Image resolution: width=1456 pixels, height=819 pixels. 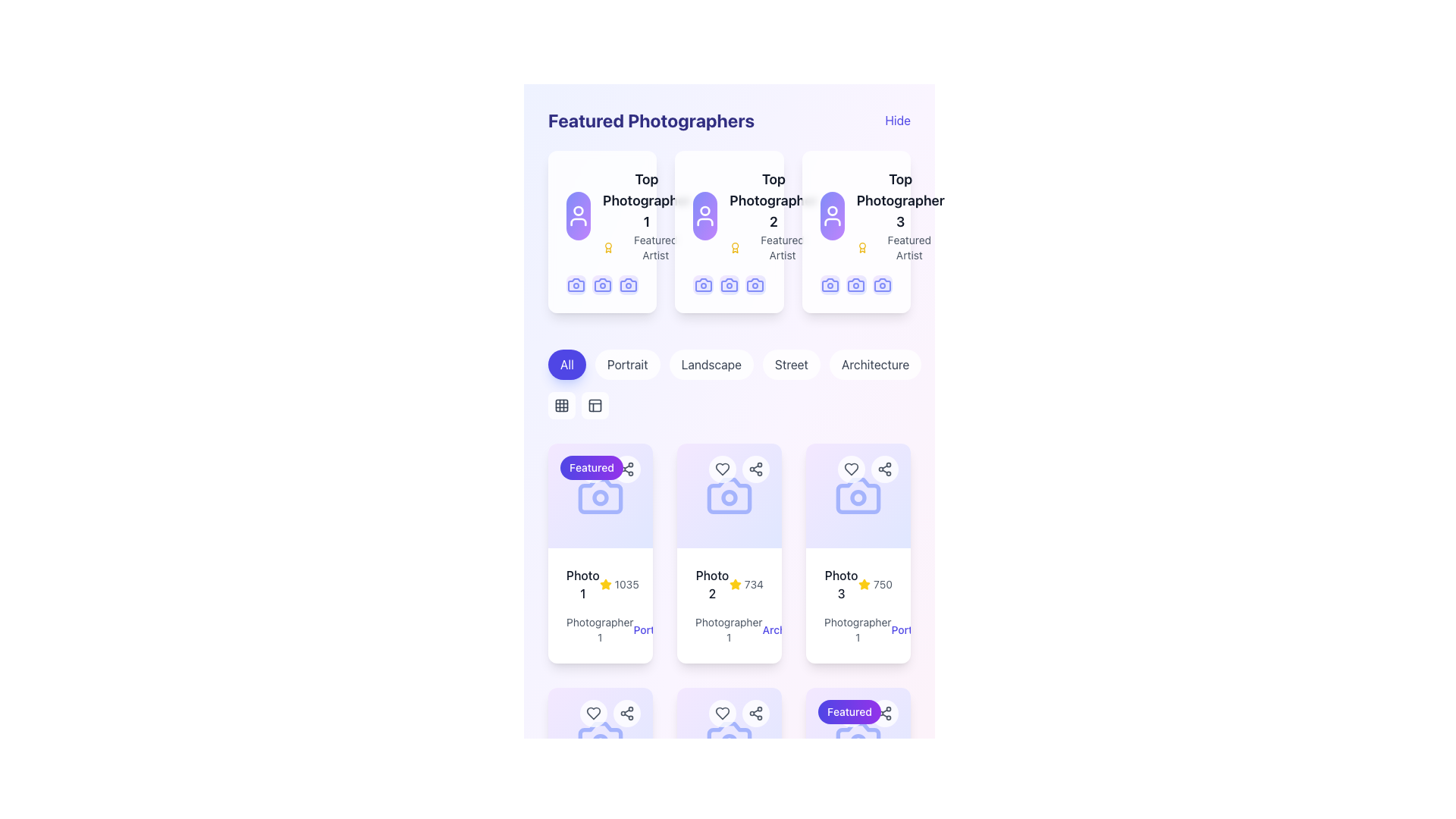 What do you see at coordinates (722, 468) in the screenshot?
I see `the heart icon located in the upper center of the second card in the first row of the photo section` at bounding box center [722, 468].